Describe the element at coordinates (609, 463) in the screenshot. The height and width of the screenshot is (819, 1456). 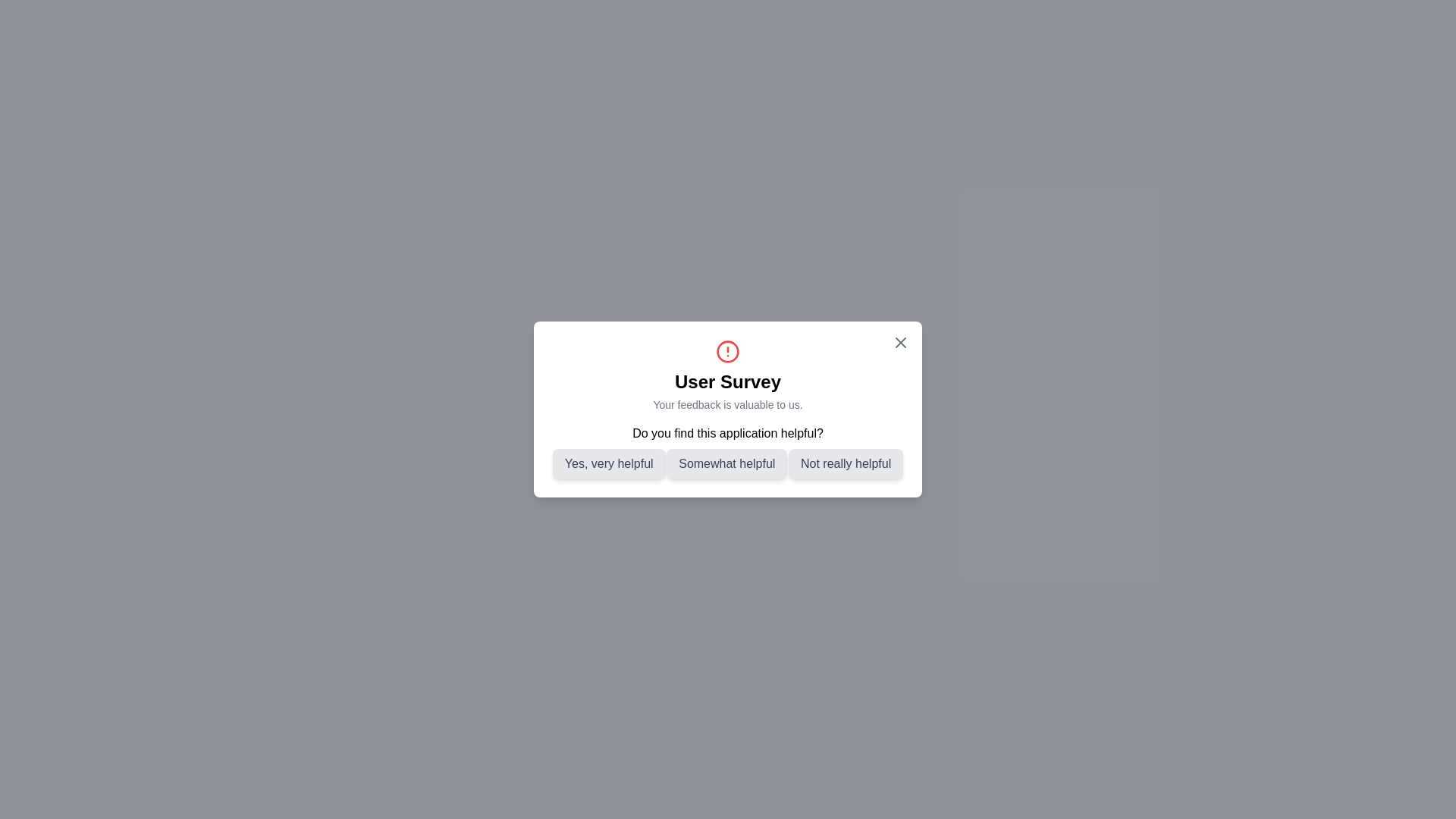
I see `the leftmost button labeled 'Yes, very helpful' in the feedback pop-up modal` at that location.